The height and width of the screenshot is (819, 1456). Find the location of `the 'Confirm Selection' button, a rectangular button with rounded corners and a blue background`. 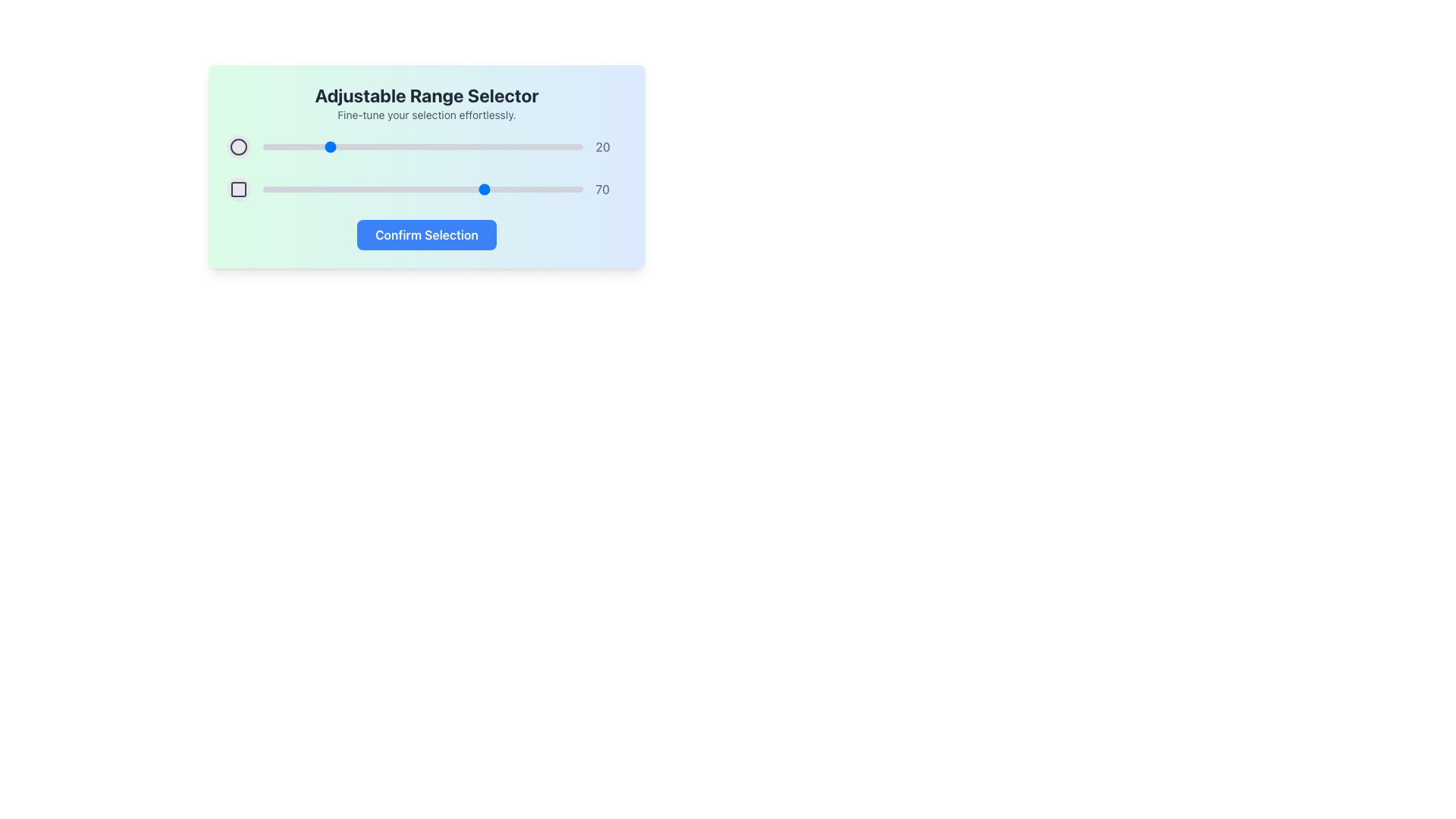

the 'Confirm Selection' button, a rectangular button with rounded corners and a blue background is located at coordinates (425, 234).